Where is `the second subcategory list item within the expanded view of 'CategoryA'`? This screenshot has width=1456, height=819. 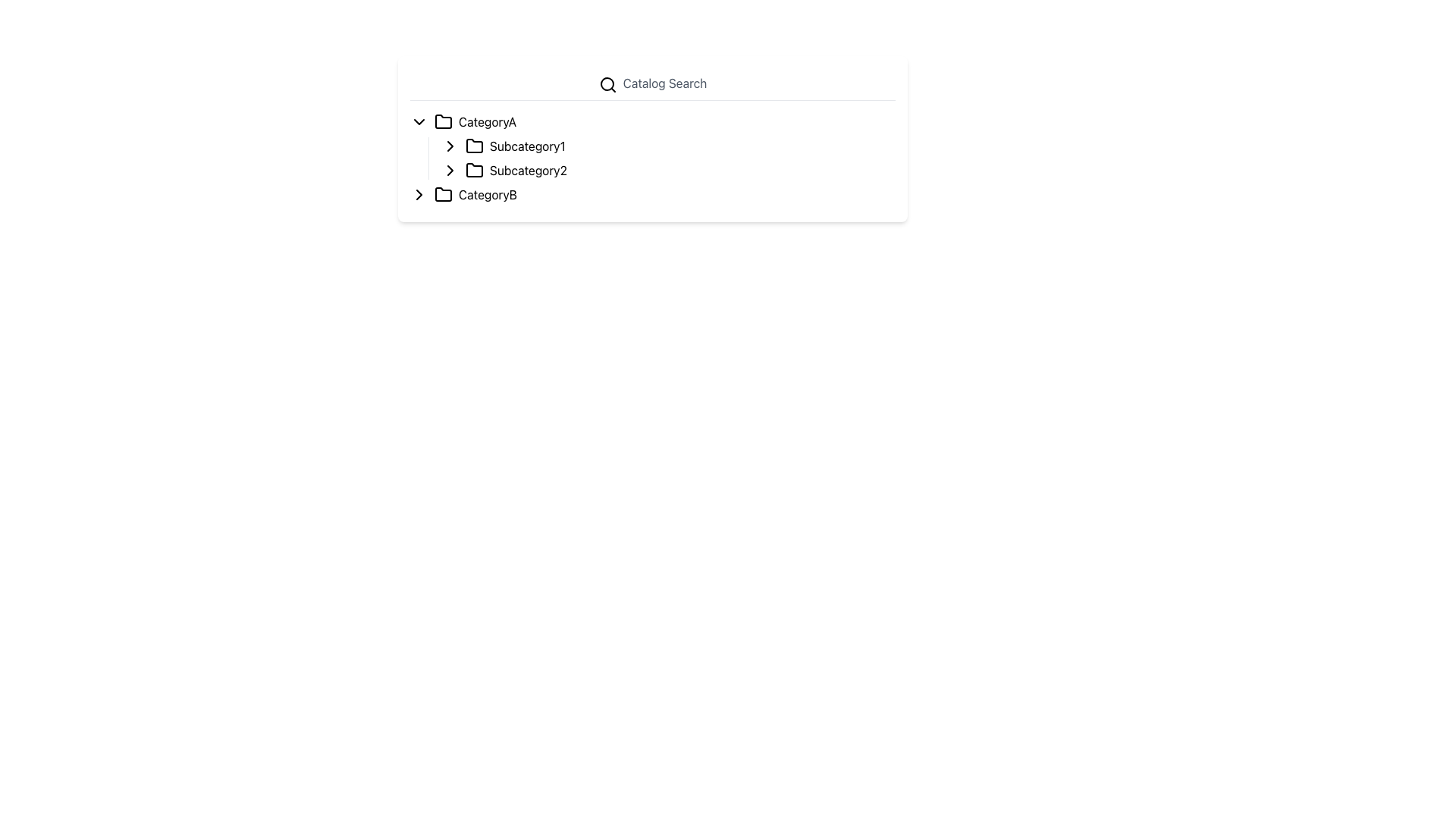
the second subcategory list item within the expanded view of 'CategoryA' is located at coordinates (667, 170).